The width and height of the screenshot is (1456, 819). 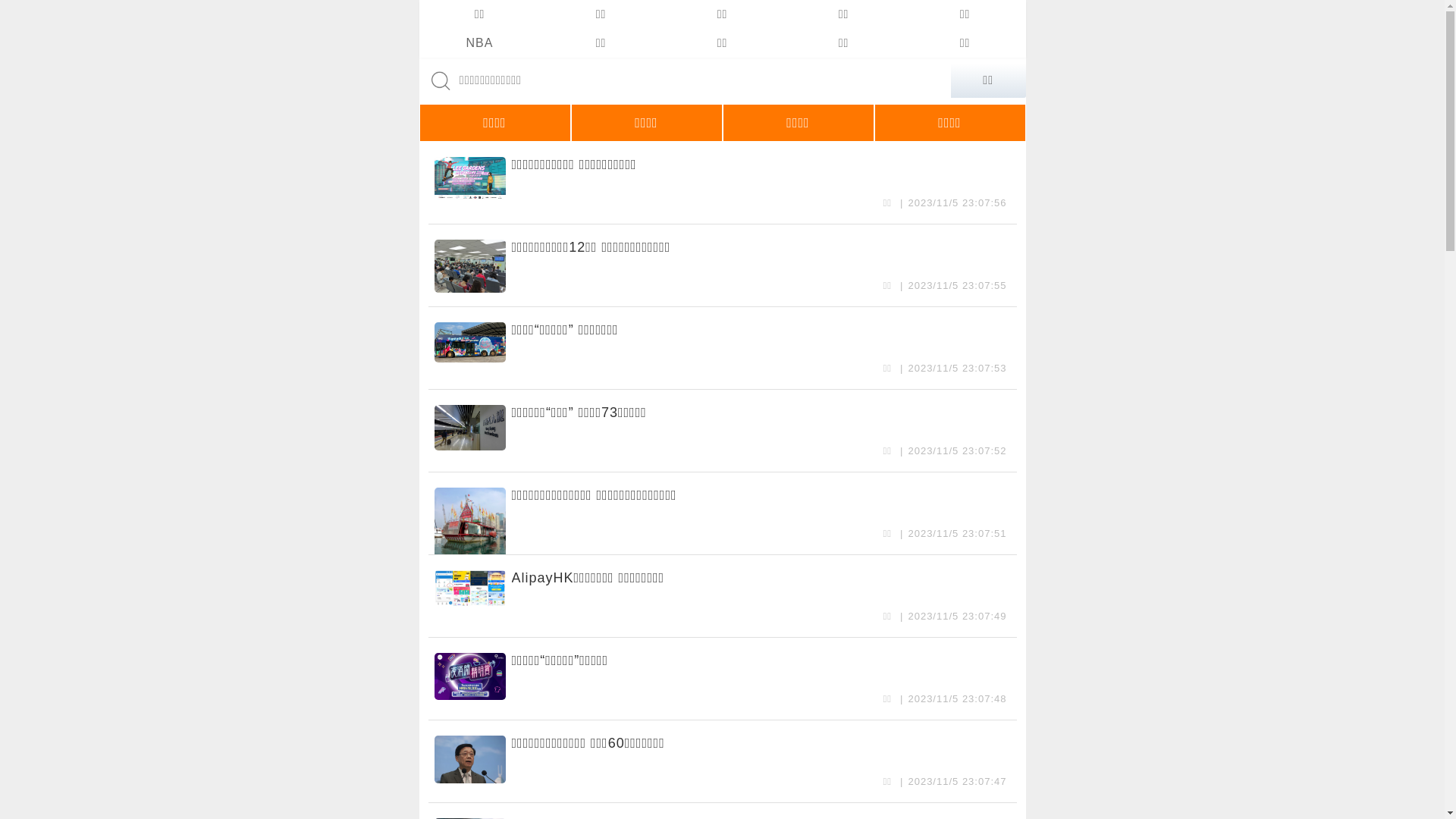 I want to click on 'NBA', so click(x=479, y=42).